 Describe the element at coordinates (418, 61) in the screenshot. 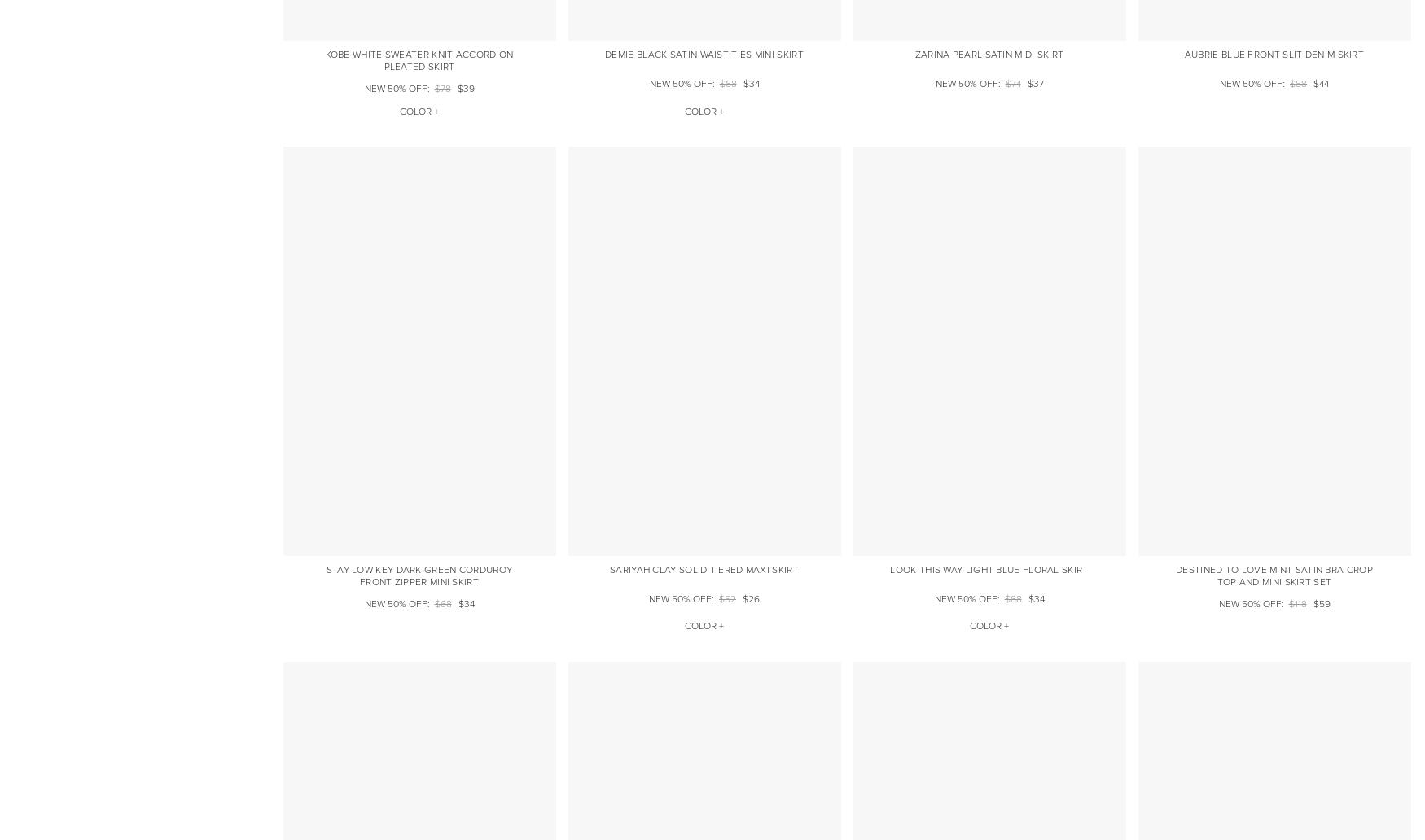

I see `'Kobe White Sweater Knit Accordion Pleated Skirt'` at that location.